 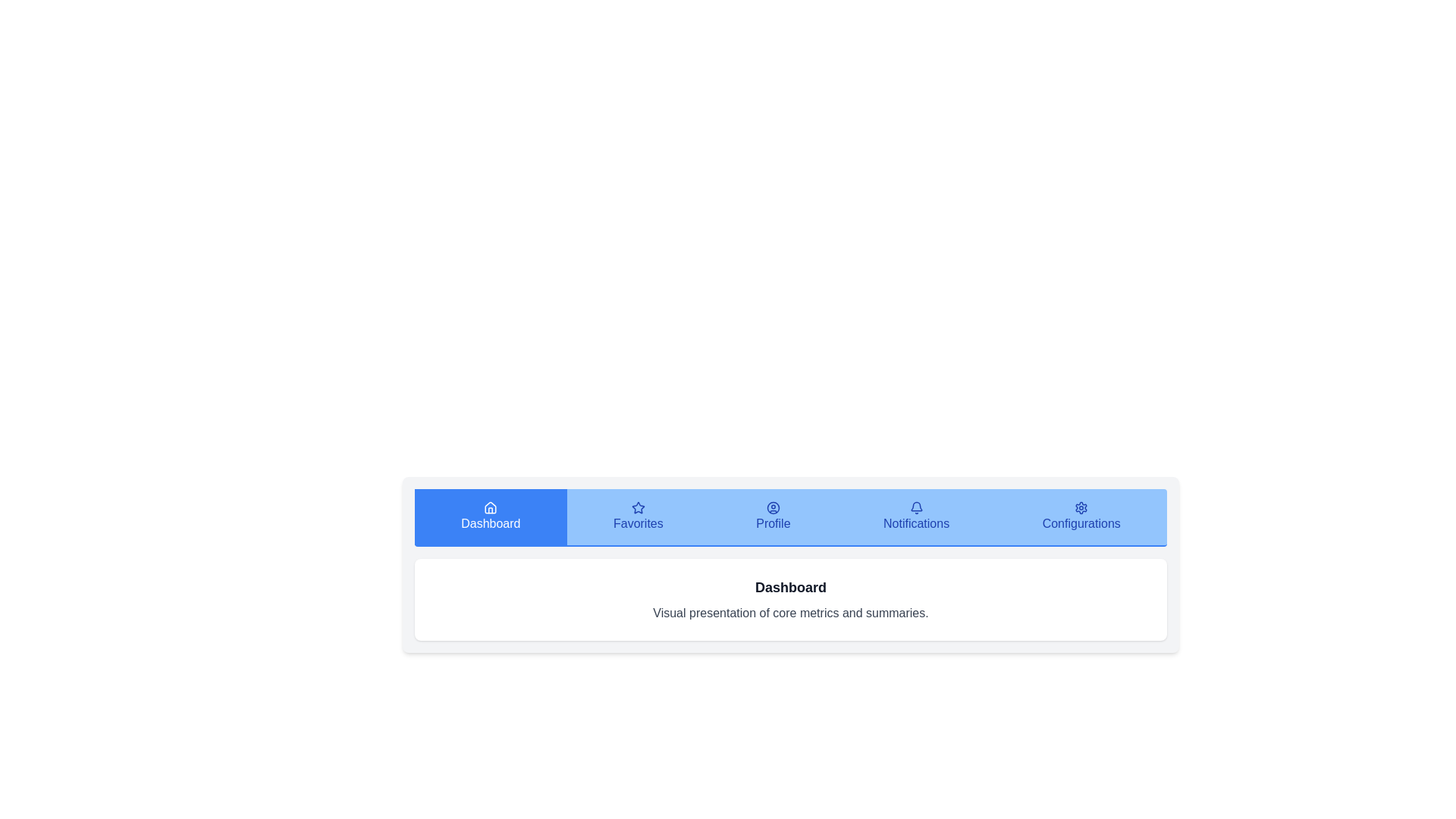 What do you see at coordinates (1080, 516) in the screenshot?
I see `the tab corresponding to Configurations` at bounding box center [1080, 516].